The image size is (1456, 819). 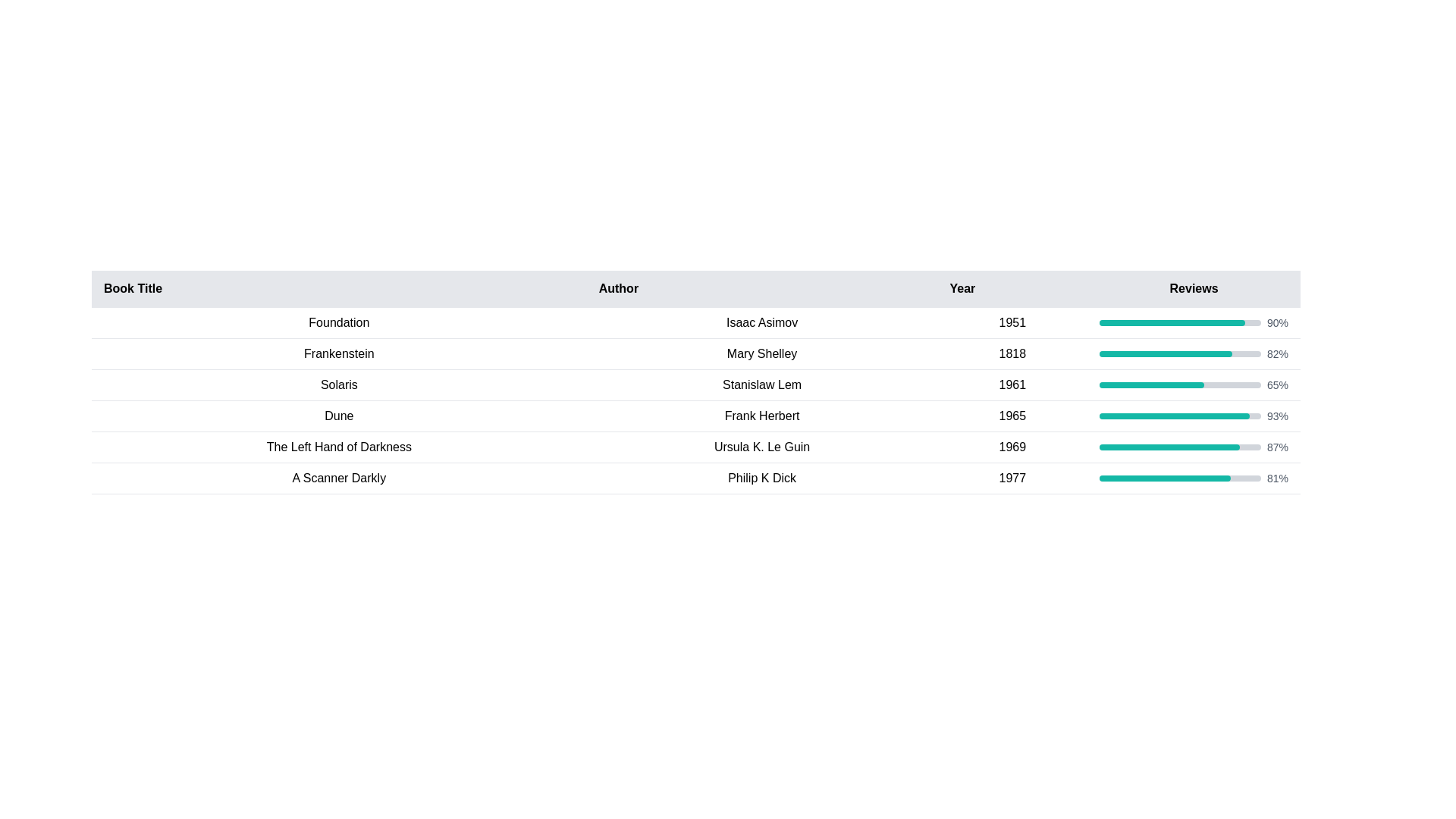 I want to click on the text displaying the publication year of the book 'A Scanner Darkly' located in the 'Year' column of the last row in the table, positioned between 'Philip K Dick' and '81%', so click(x=1012, y=479).